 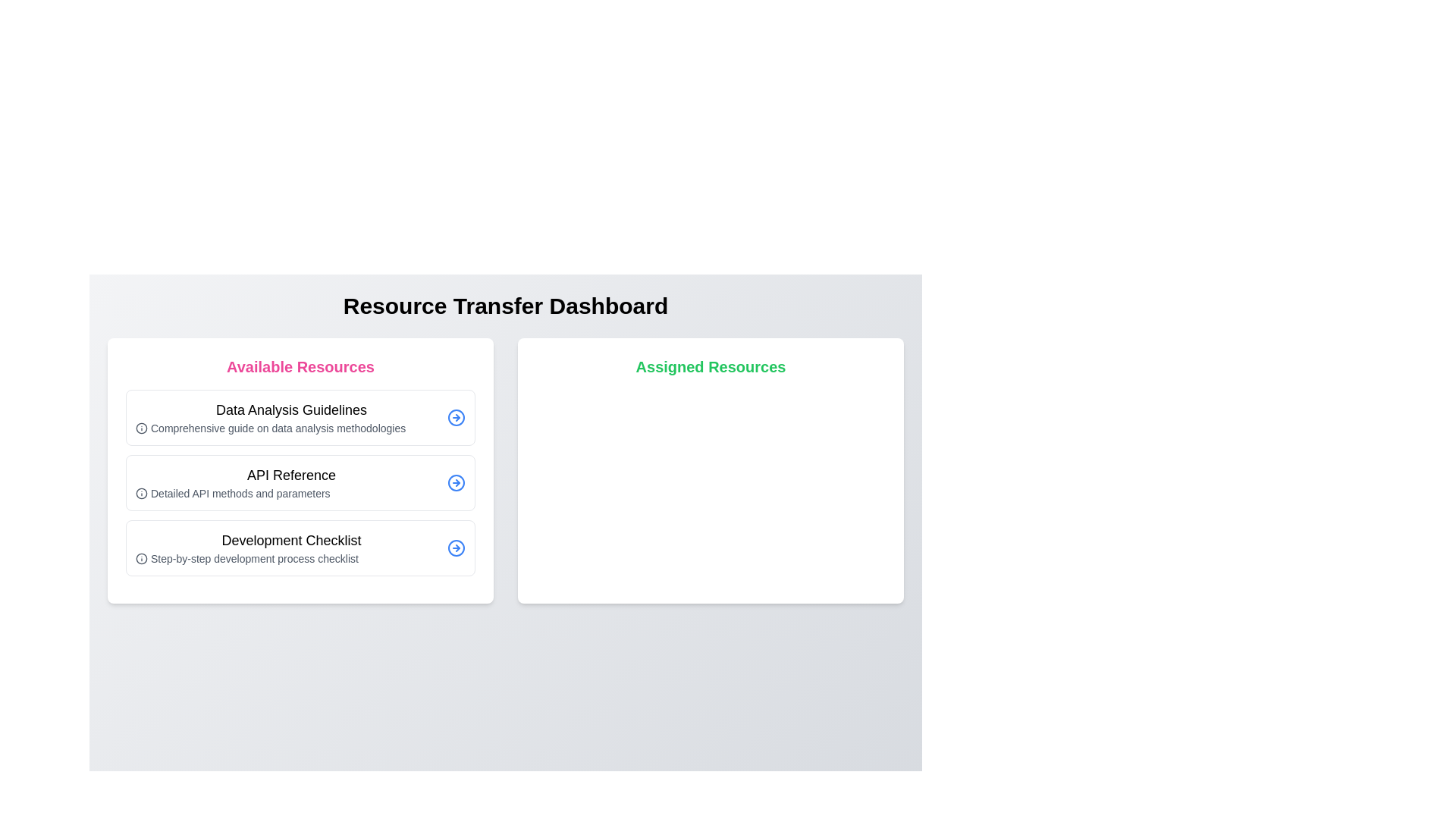 I want to click on the navigational button located to the right of the 'API Reference' entry in the 'Available Resources' list, so click(x=455, y=482).